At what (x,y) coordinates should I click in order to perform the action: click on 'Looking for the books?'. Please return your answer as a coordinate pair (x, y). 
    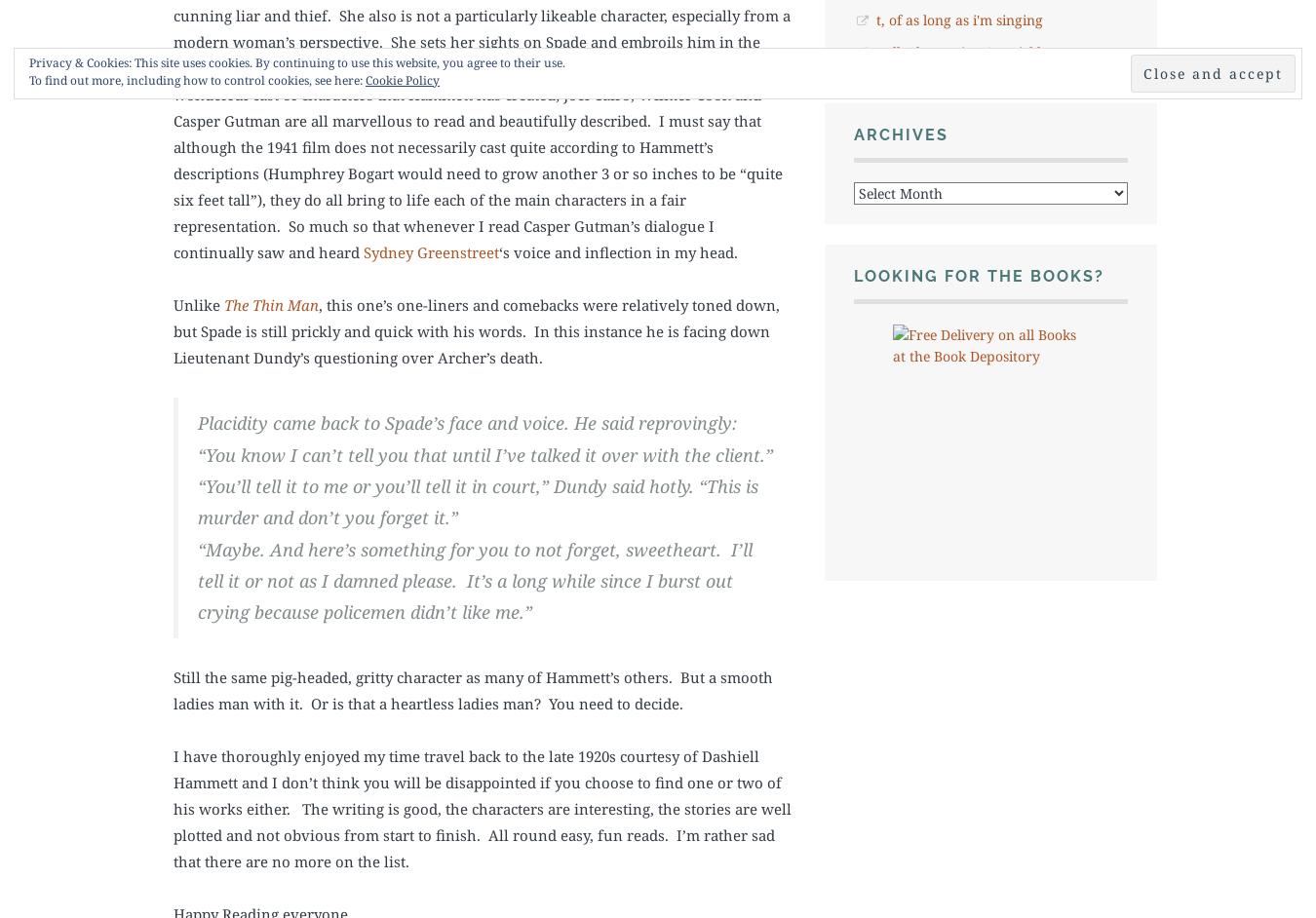
    Looking at the image, I should click on (977, 276).